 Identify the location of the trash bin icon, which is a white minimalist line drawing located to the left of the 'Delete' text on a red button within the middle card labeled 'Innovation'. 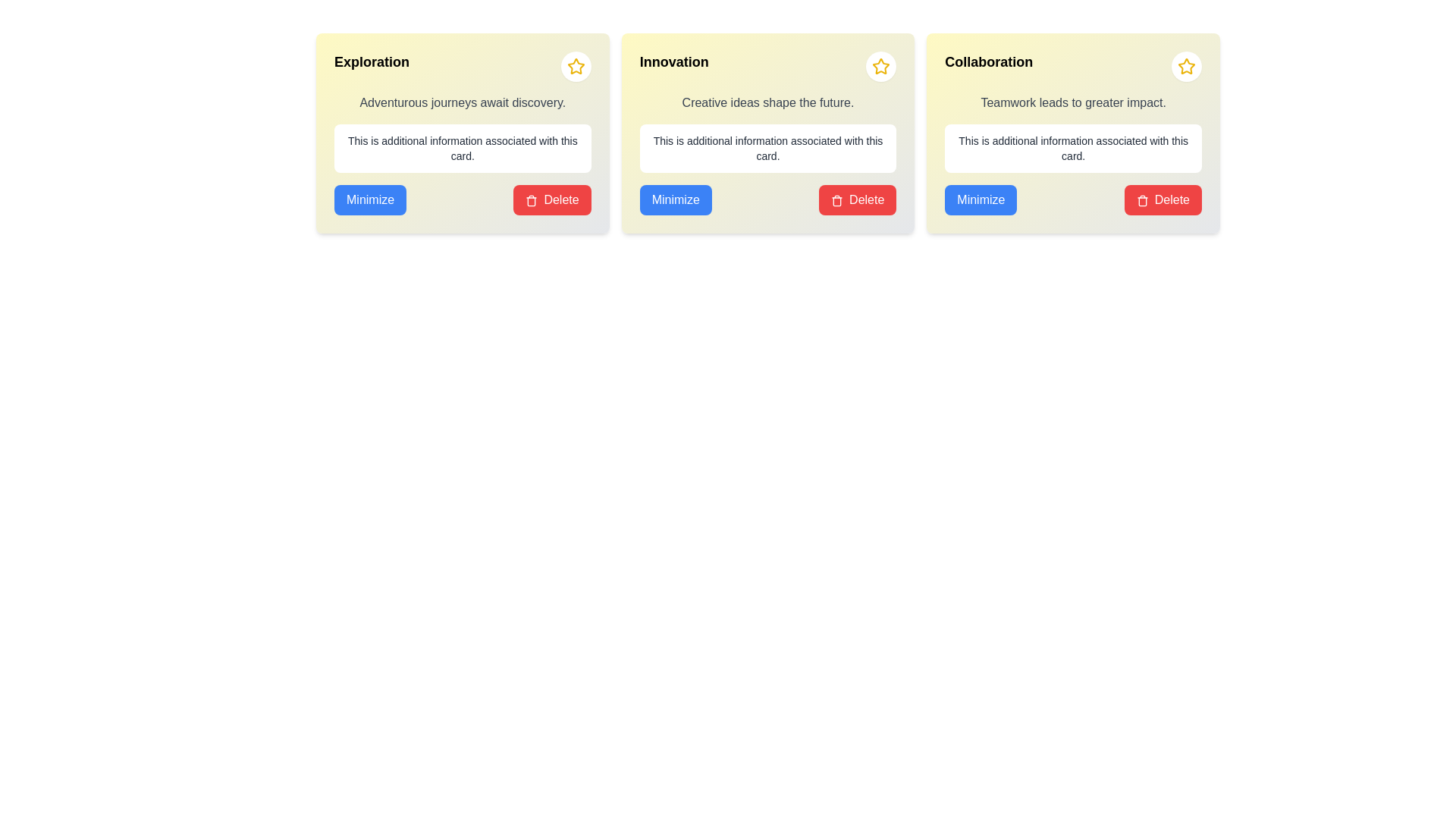
(836, 199).